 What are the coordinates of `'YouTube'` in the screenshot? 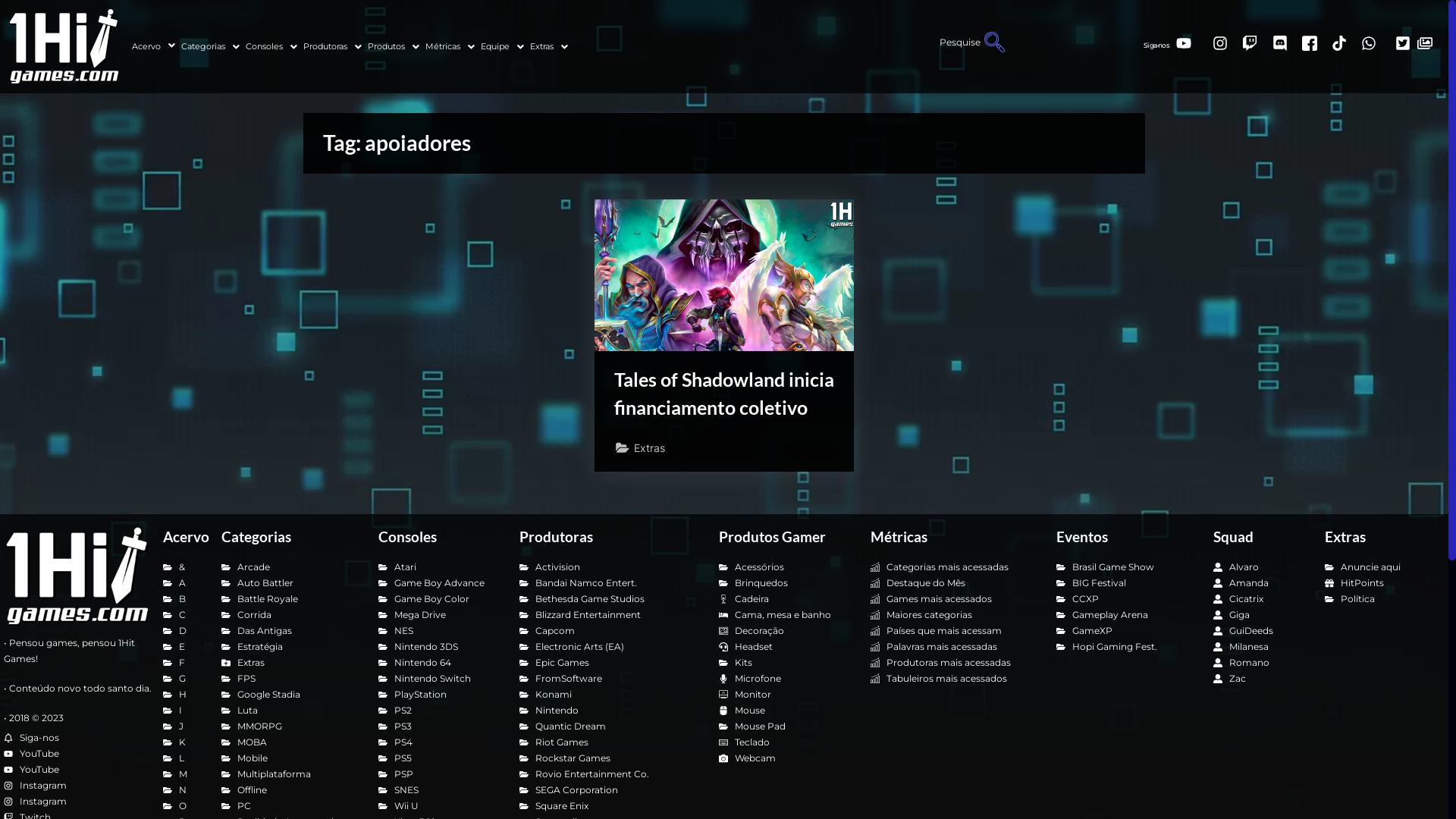 It's located at (77, 753).